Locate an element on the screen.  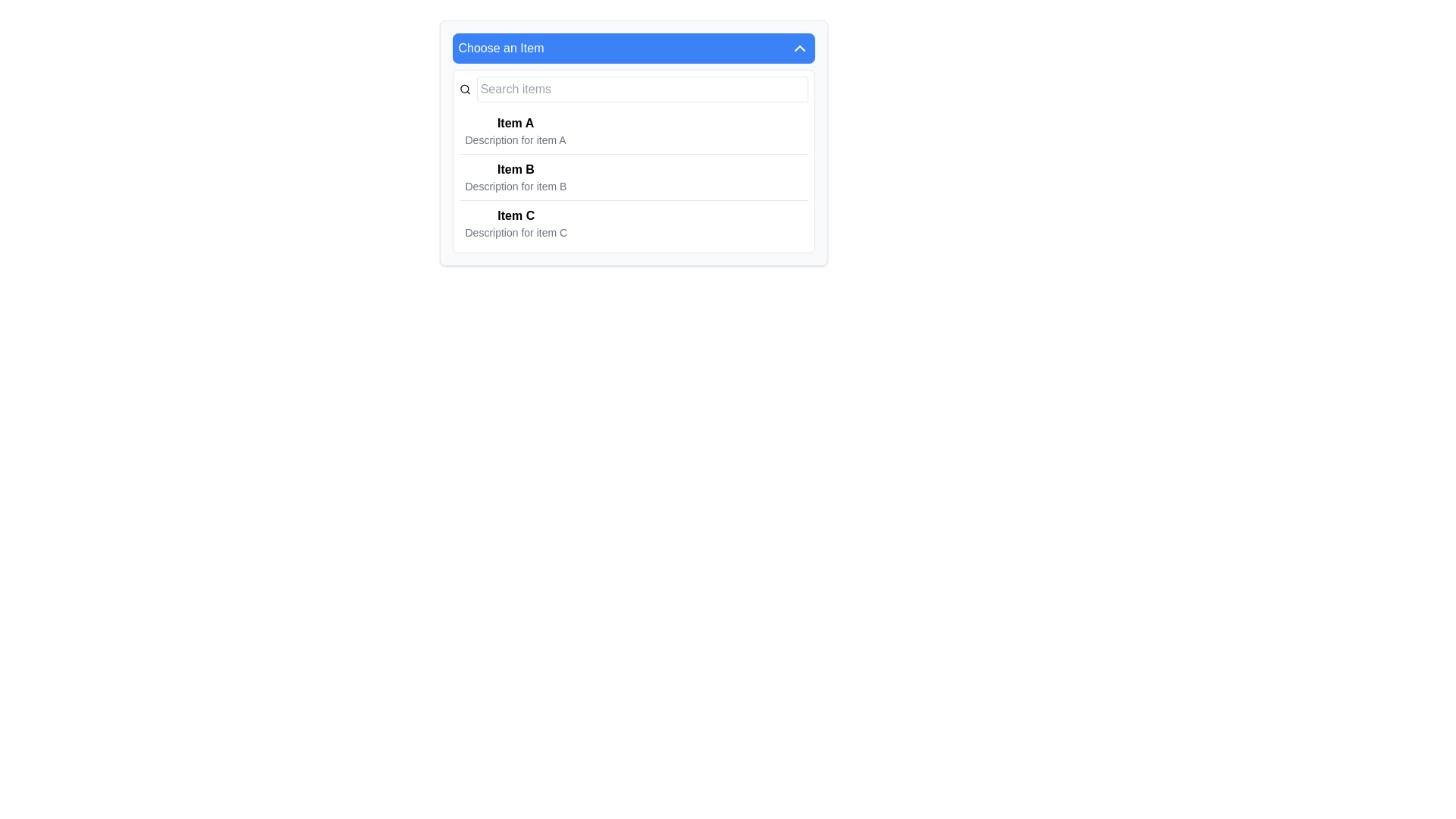
text label displaying 'Item C', which is bold and located as the third item in the dropdown box titled 'Choose an Item', above the description text 'Description for item C' is located at coordinates (516, 216).